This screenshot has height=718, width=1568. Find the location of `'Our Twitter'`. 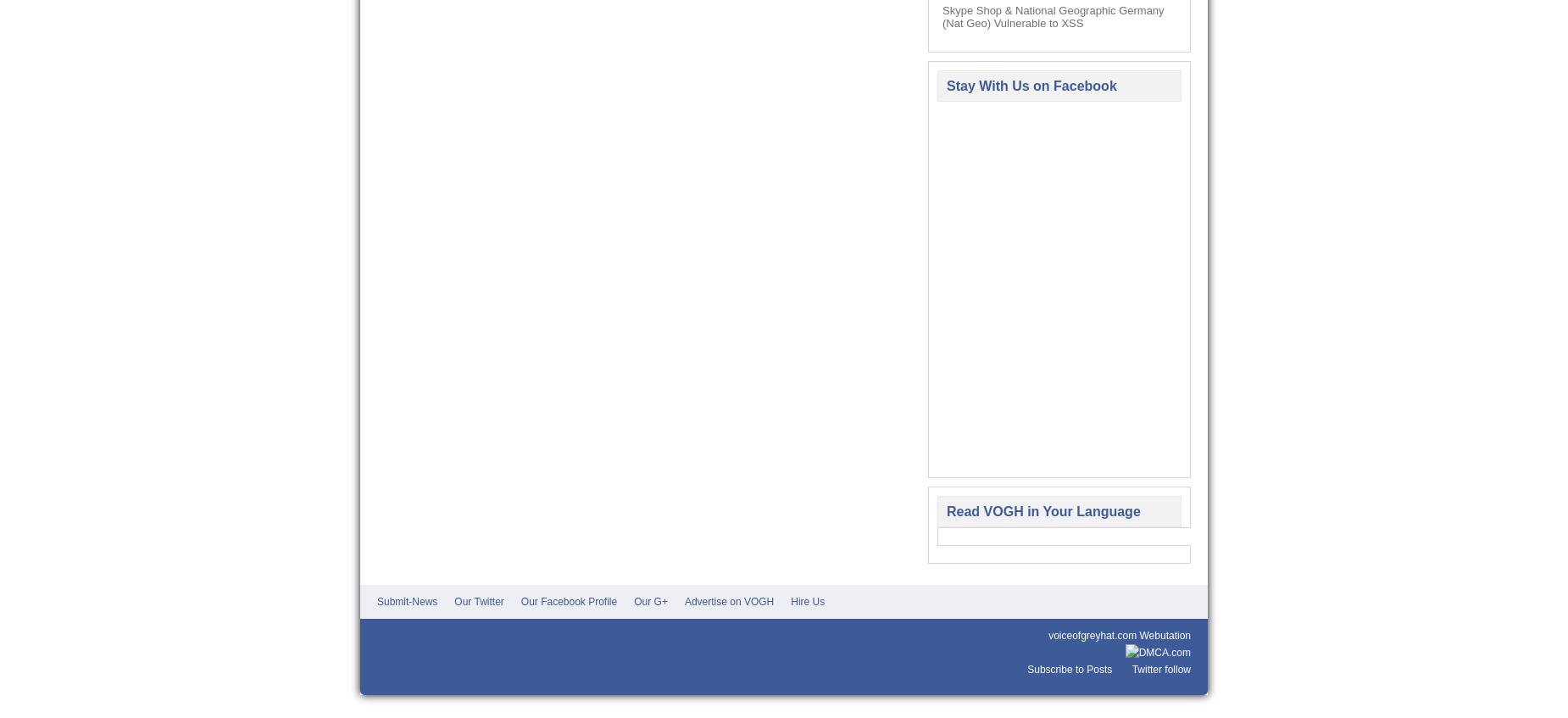

'Our Twitter' is located at coordinates (478, 602).